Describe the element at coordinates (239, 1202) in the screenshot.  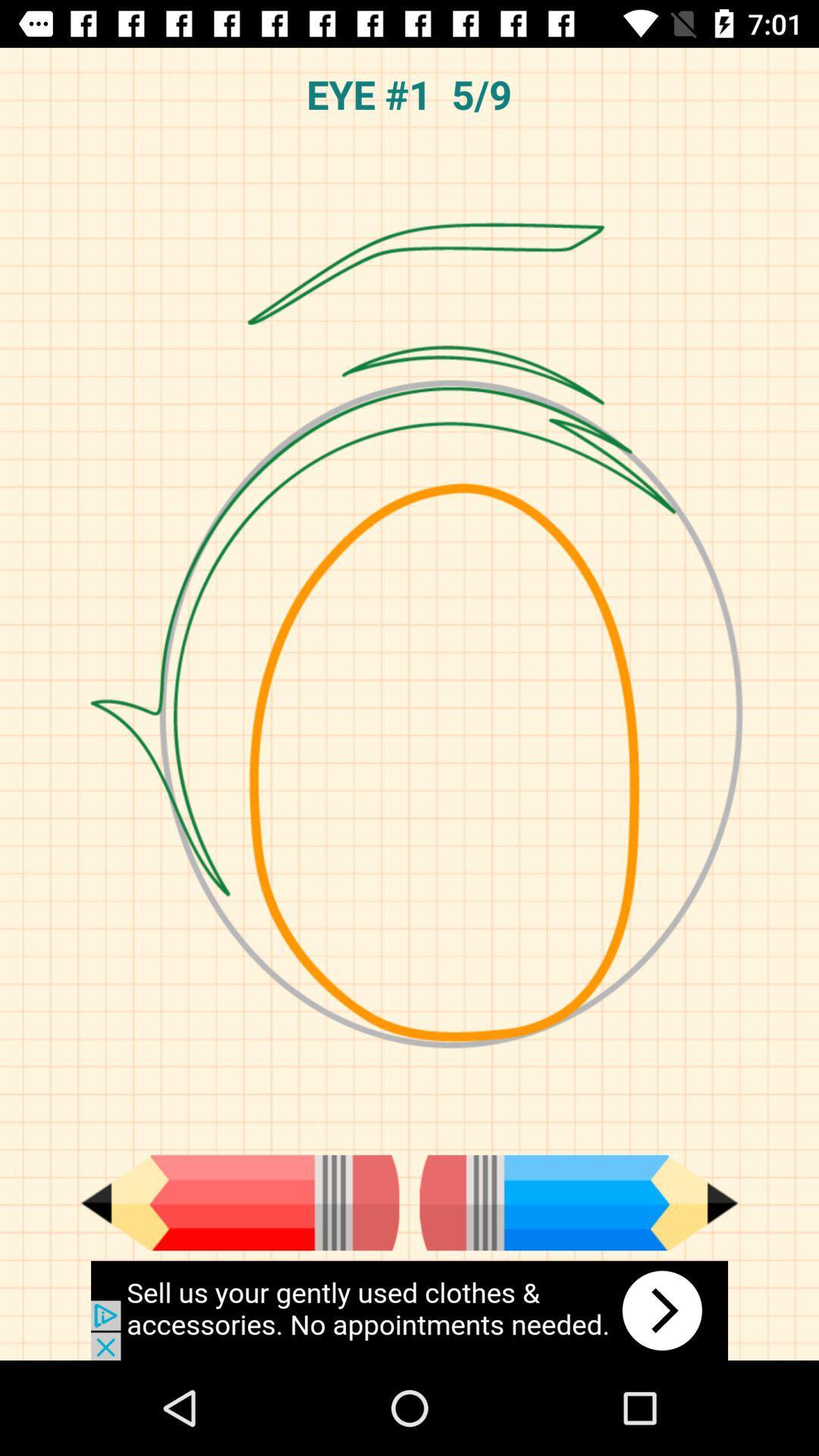
I see `red pencil` at that location.